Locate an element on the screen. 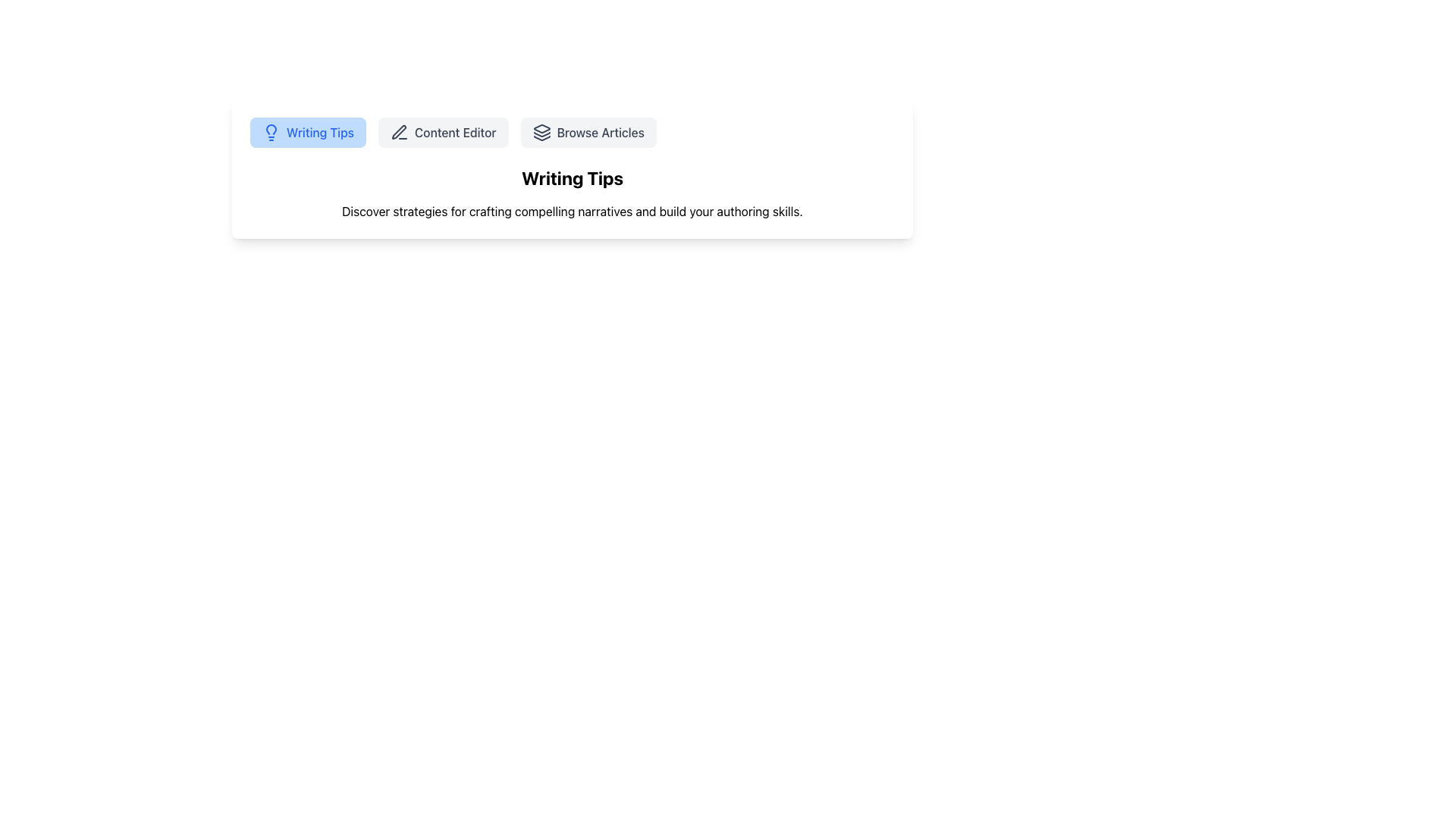 Image resolution: width=1456 pixels, height=819 pixels. upper curved stroke of the lightbulb SVG icon located within the 'Writing Tips' button is located at coordinates (271, 128).